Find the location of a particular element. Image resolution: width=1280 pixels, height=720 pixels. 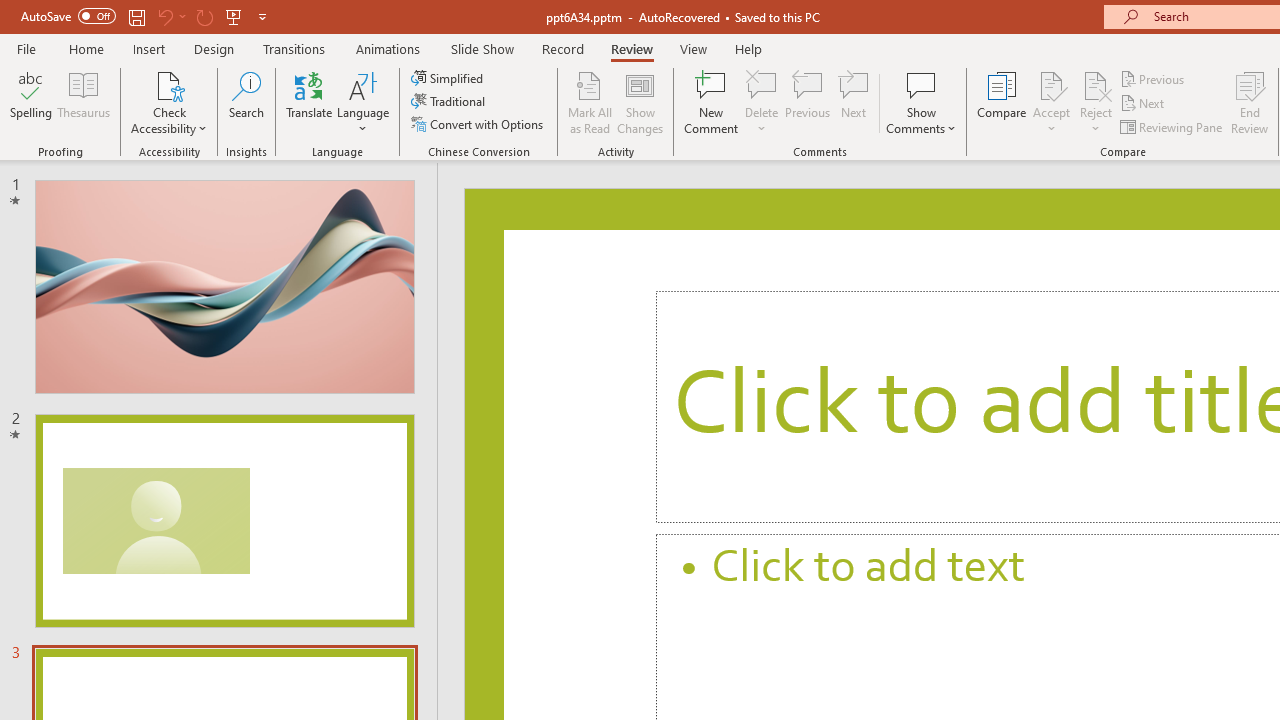

'New Comment' is located at coordinates (711, 103).